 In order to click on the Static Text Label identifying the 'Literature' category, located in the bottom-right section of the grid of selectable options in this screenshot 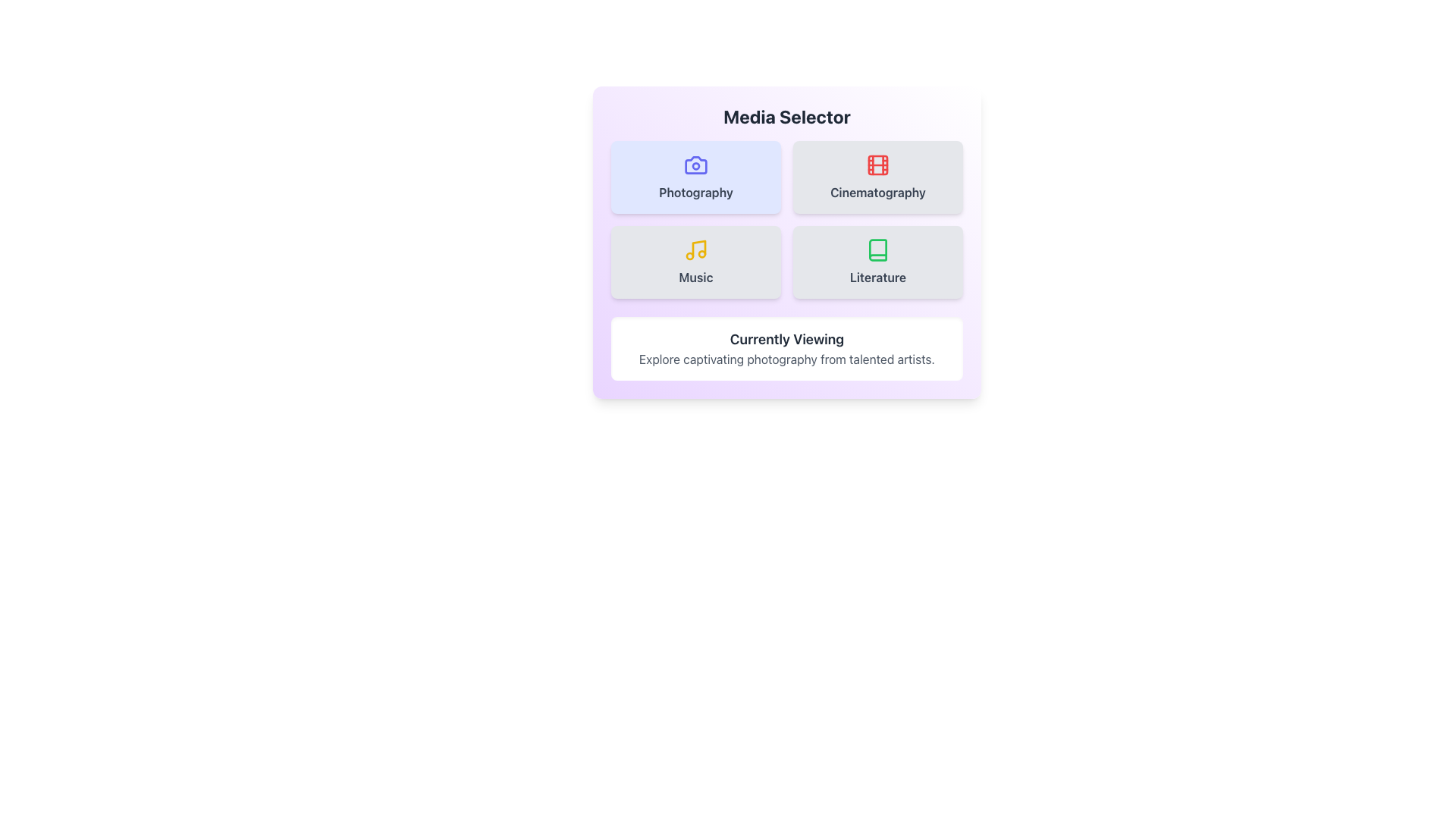, I will do `click(877, 278)`.